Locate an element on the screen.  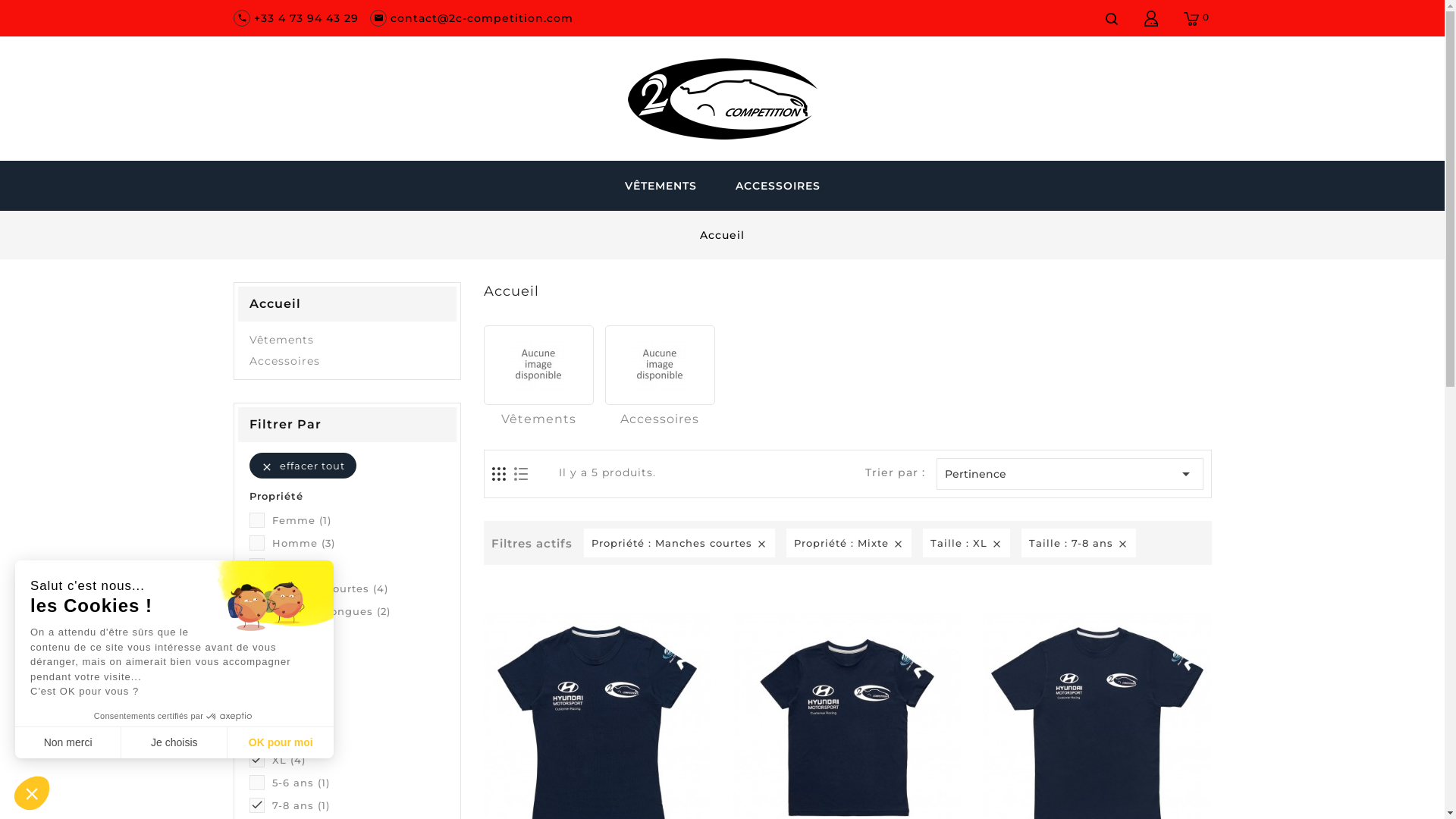
'Accueil' is located at coordinates (346, 304).